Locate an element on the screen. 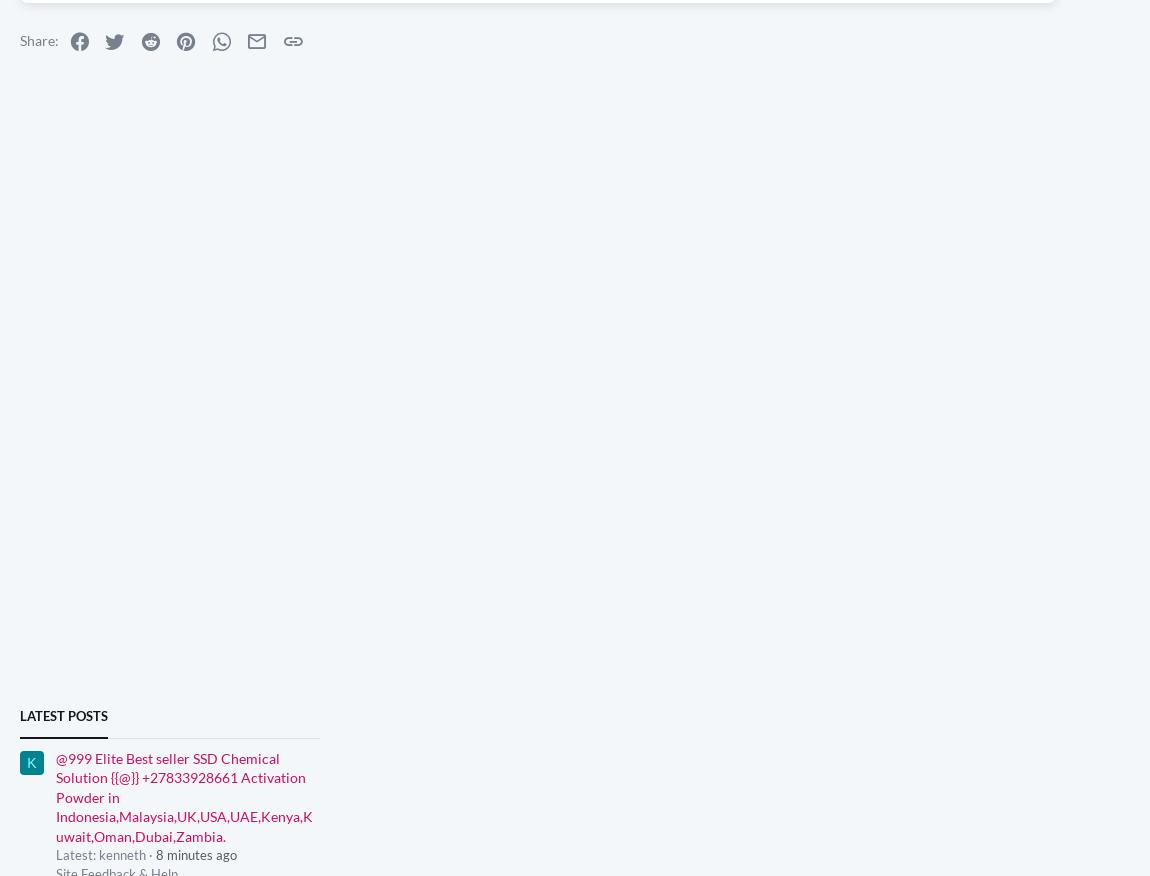 The image size is (1150, 876). 'Nov 11, 2020' is located at coordinates (305, 18).